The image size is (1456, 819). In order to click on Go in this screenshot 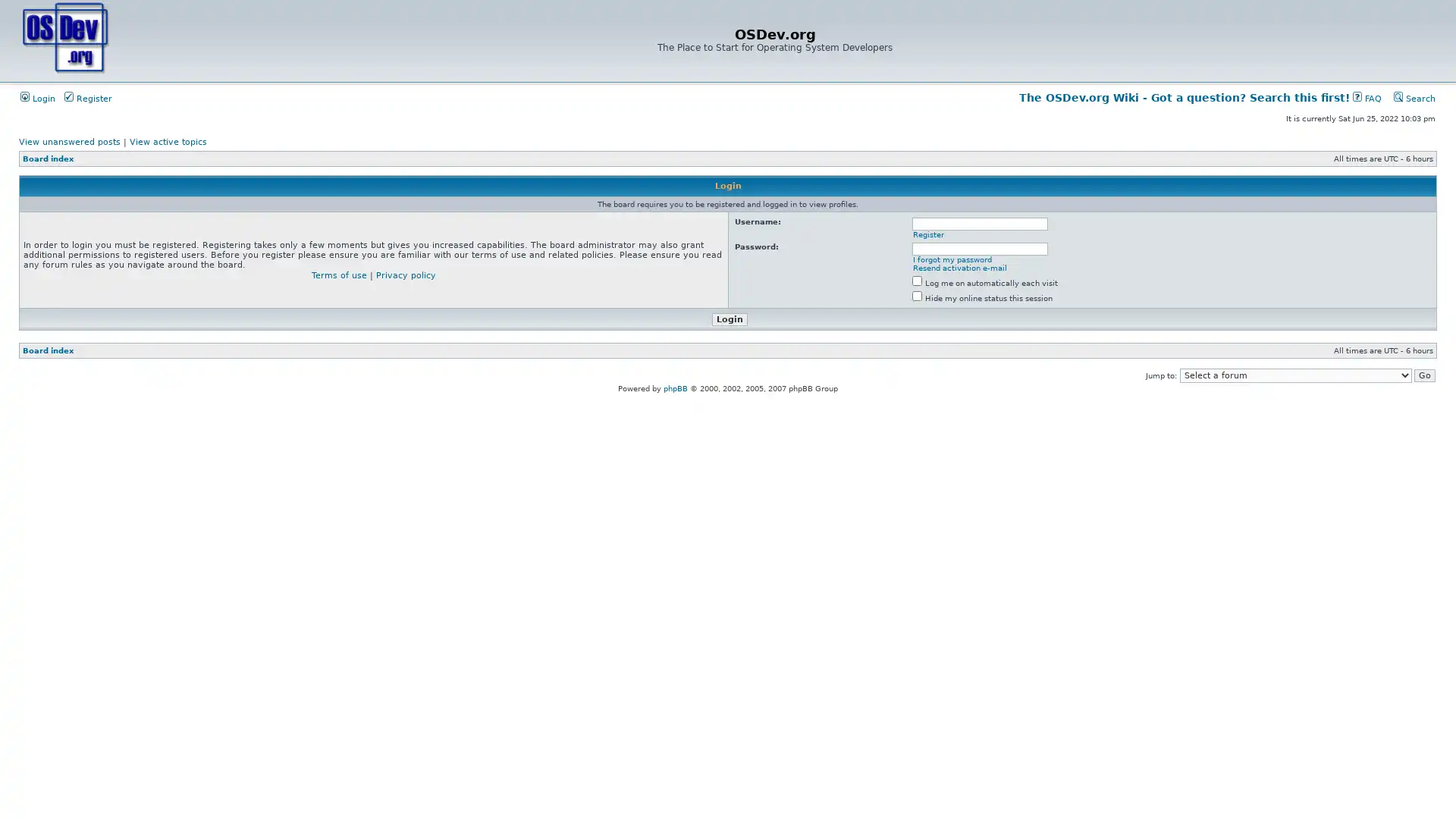, I will do `click(1423, 375)`.